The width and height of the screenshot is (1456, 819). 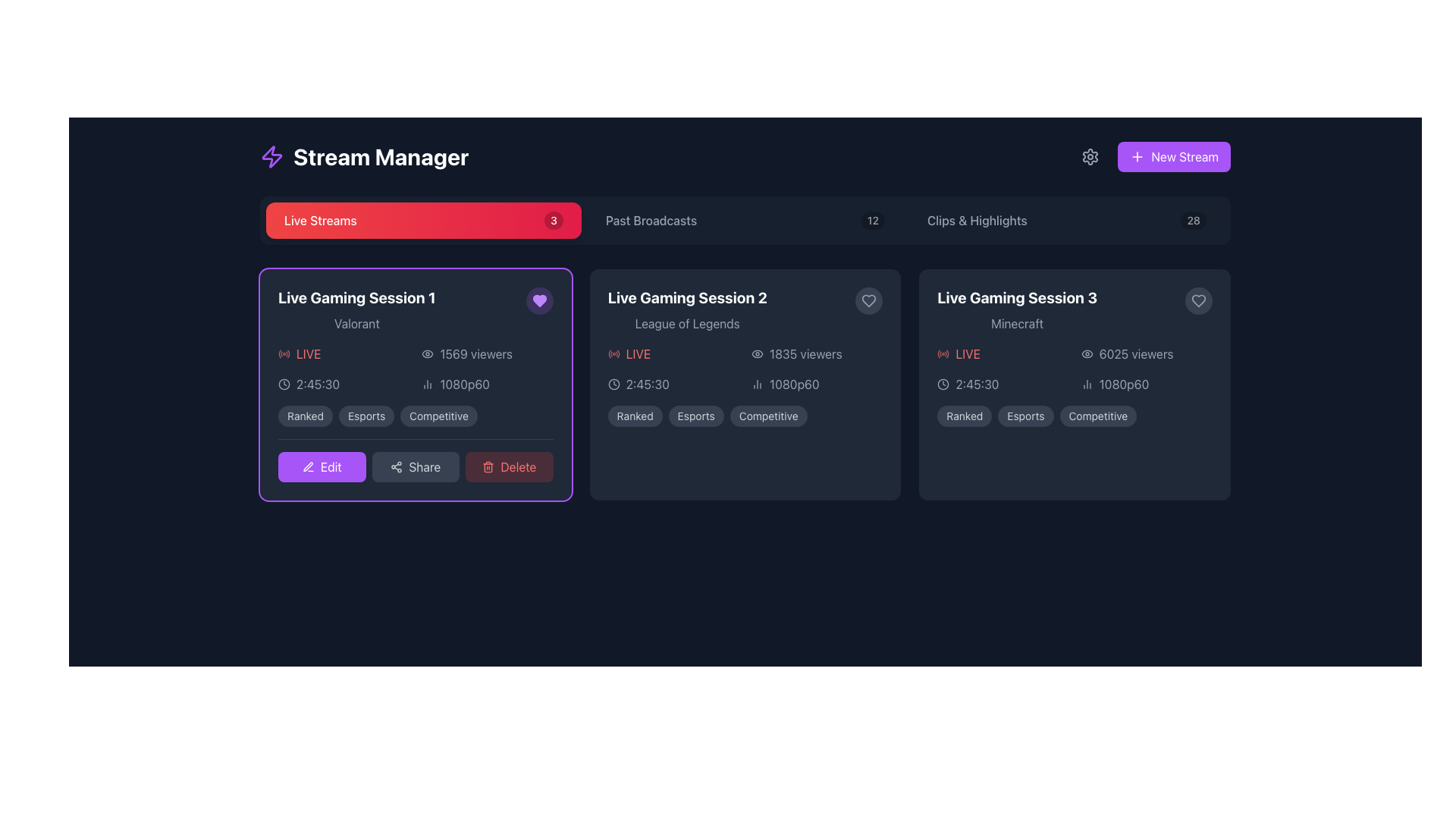 I want to click on the viewer count icon located to the left of the '1569 viewers' text in the 'Live Gaming Session 1' panel, so click(x=427, y=353).